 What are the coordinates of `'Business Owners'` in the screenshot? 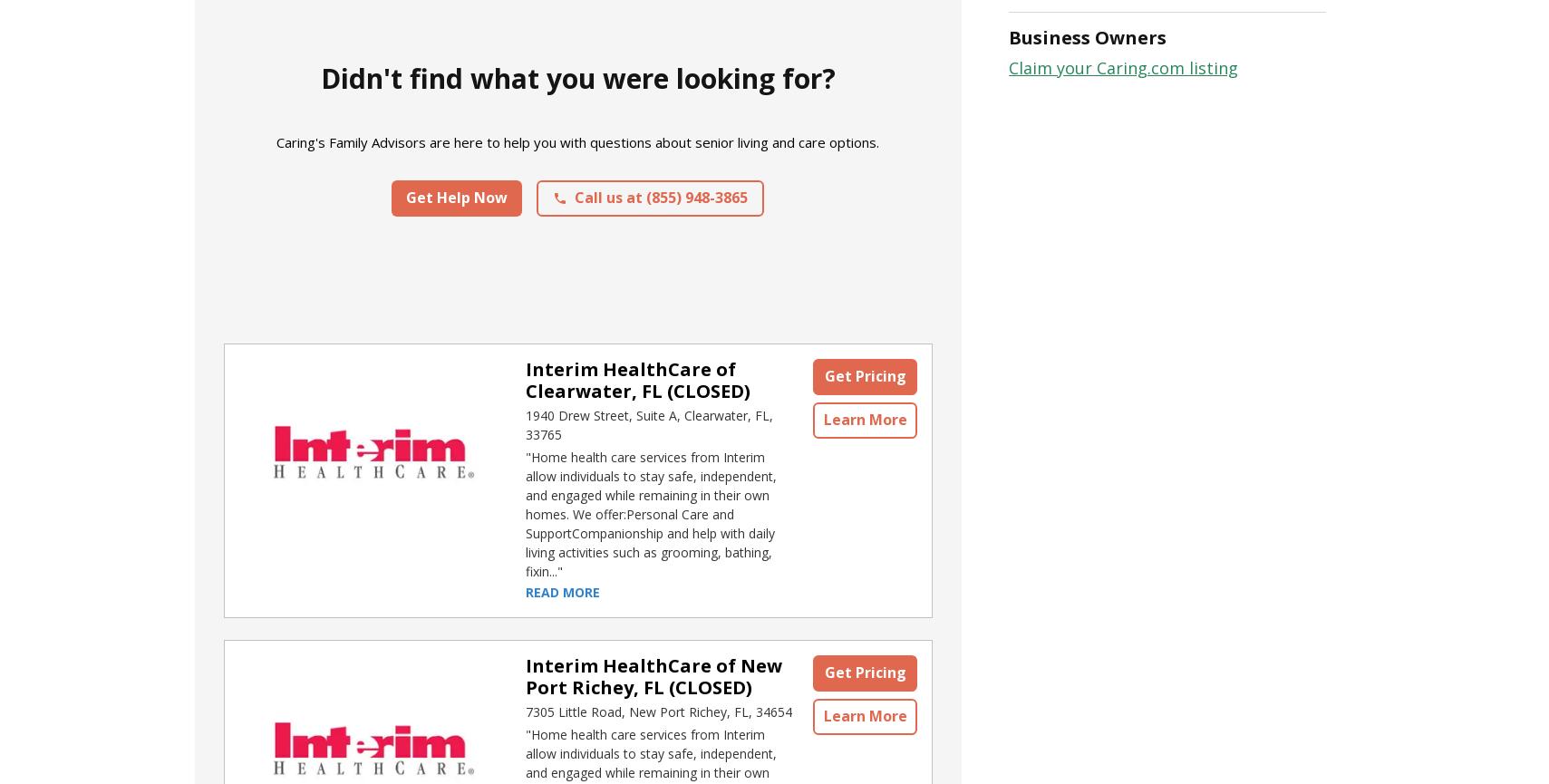 It's located at (1088, 37).